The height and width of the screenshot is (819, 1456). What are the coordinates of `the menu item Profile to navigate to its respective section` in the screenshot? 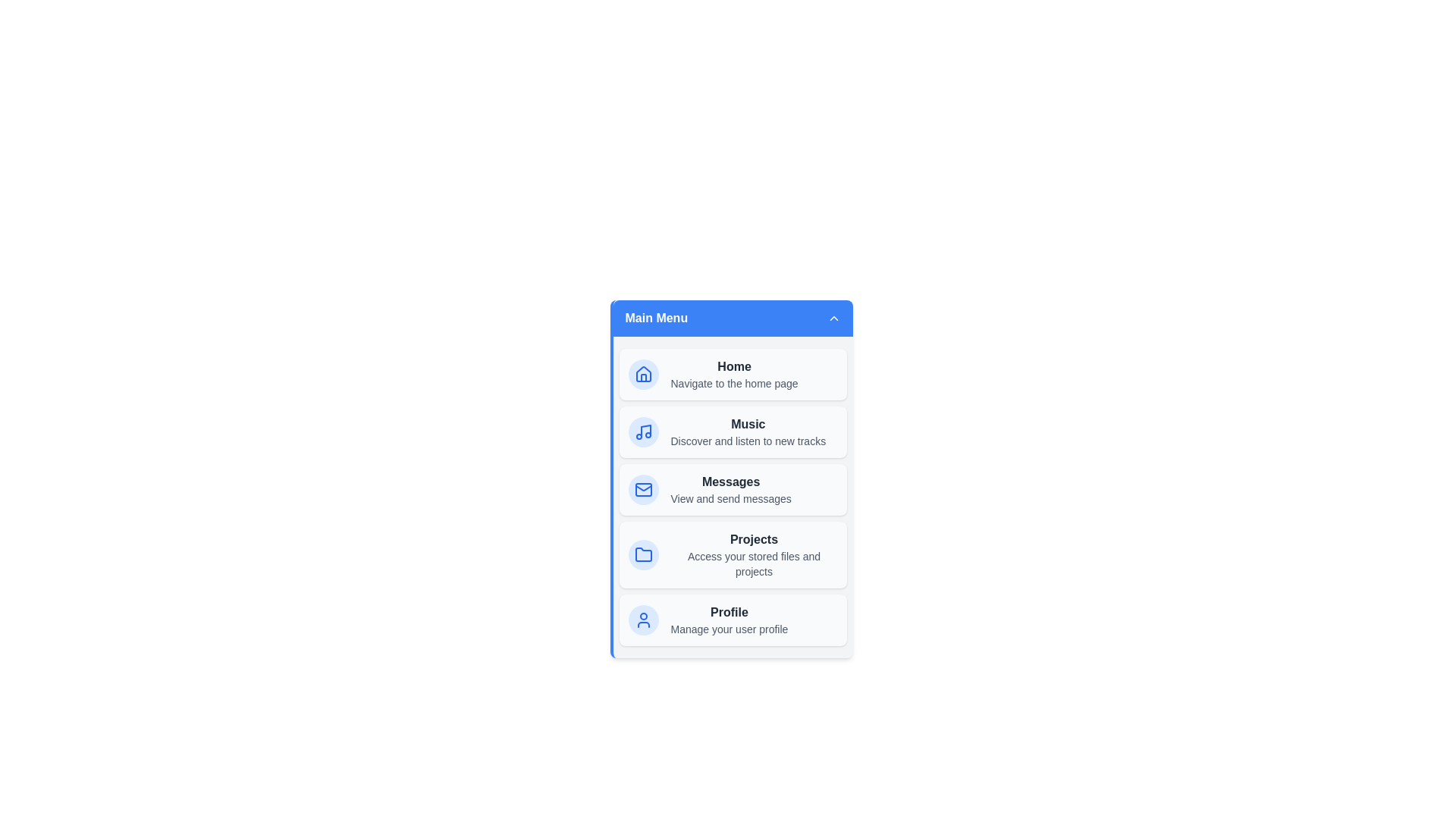 It's located at (733, 620).